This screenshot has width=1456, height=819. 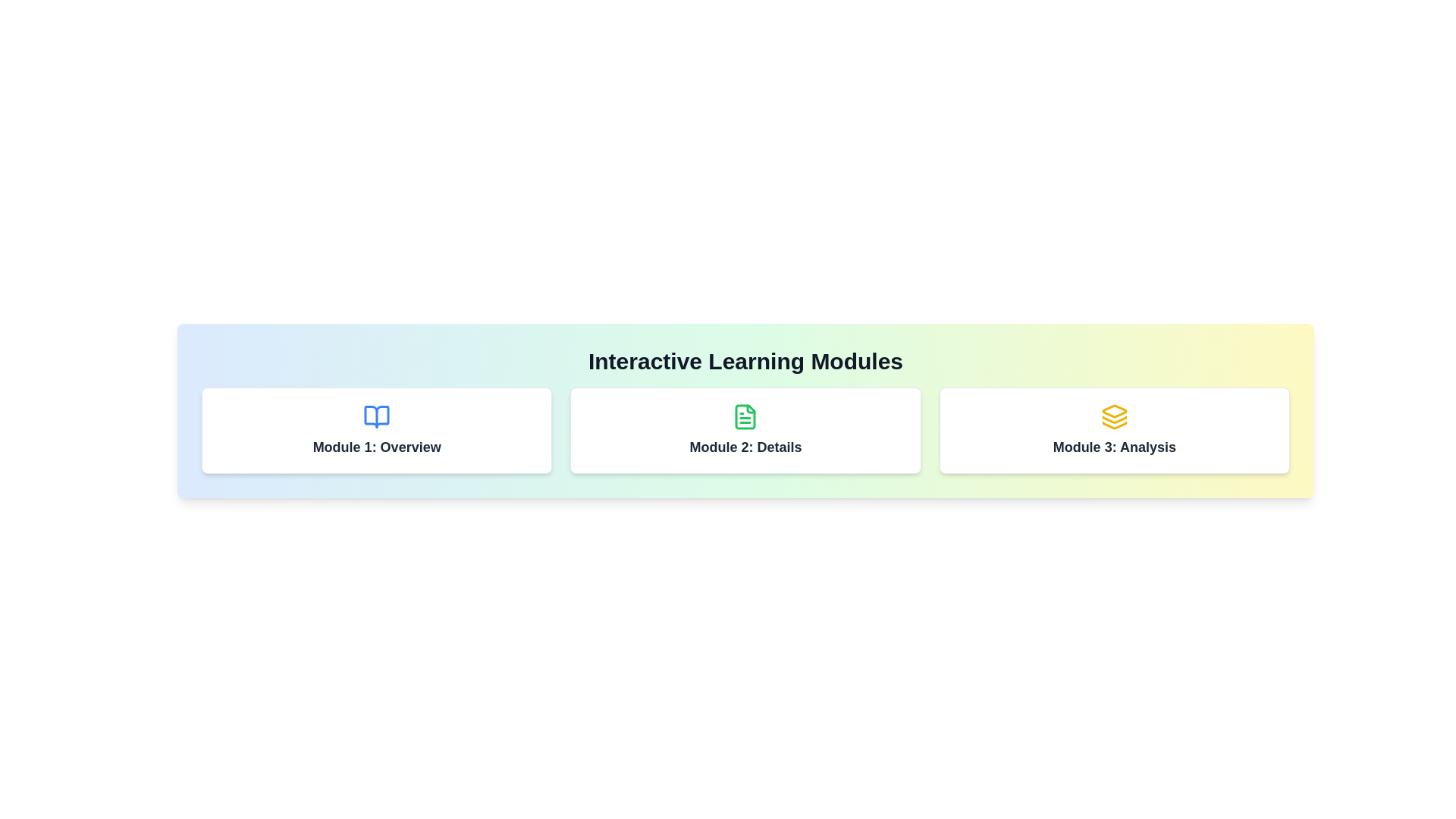 What do you see at coordinates (1114, 417) in the screenshot?
I see `the stack-like yellow icon located in the title section of the 'Module 3: Analysis' card, positioned above the text 'Module 3: Analysis'` at bounding box center [1114, 417].